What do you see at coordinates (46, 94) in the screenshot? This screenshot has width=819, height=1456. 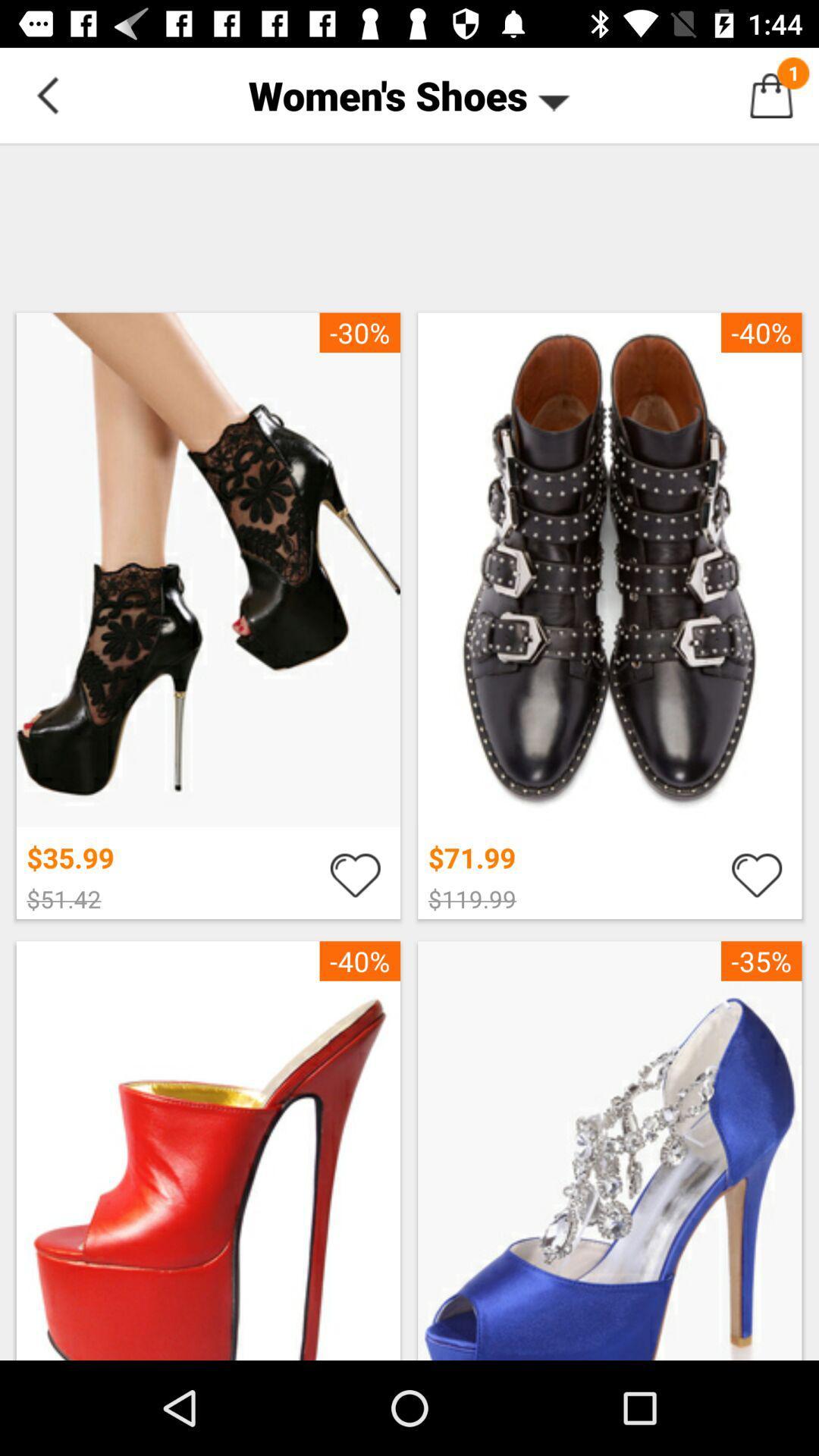 I see `the button to the left of women's shoes icon` at bounding box center [46, 94].